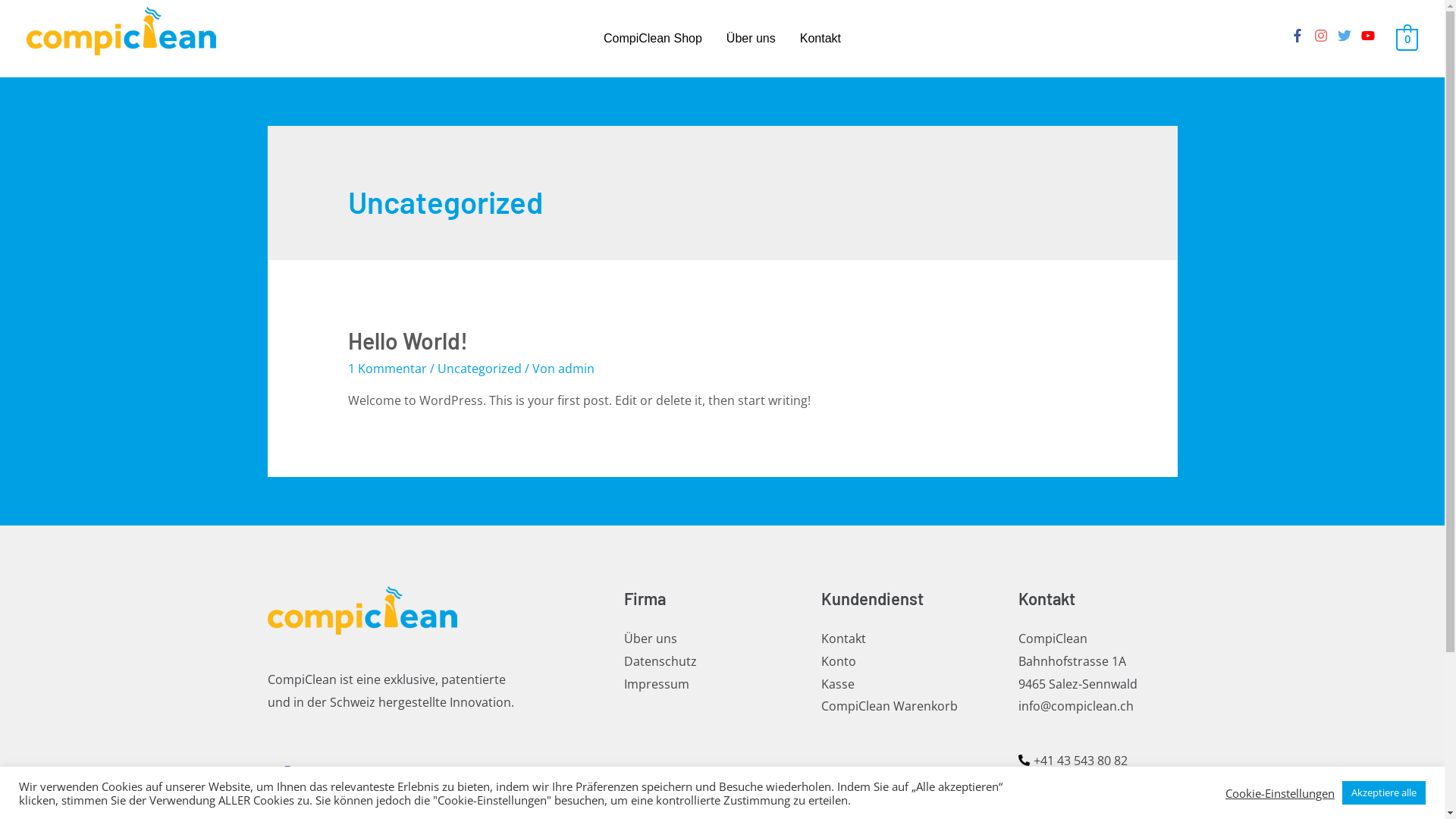  What do you see at coordinates (836, 683) in the screenshot?
I see `'Kasse'` at bounding box center [836, 683].